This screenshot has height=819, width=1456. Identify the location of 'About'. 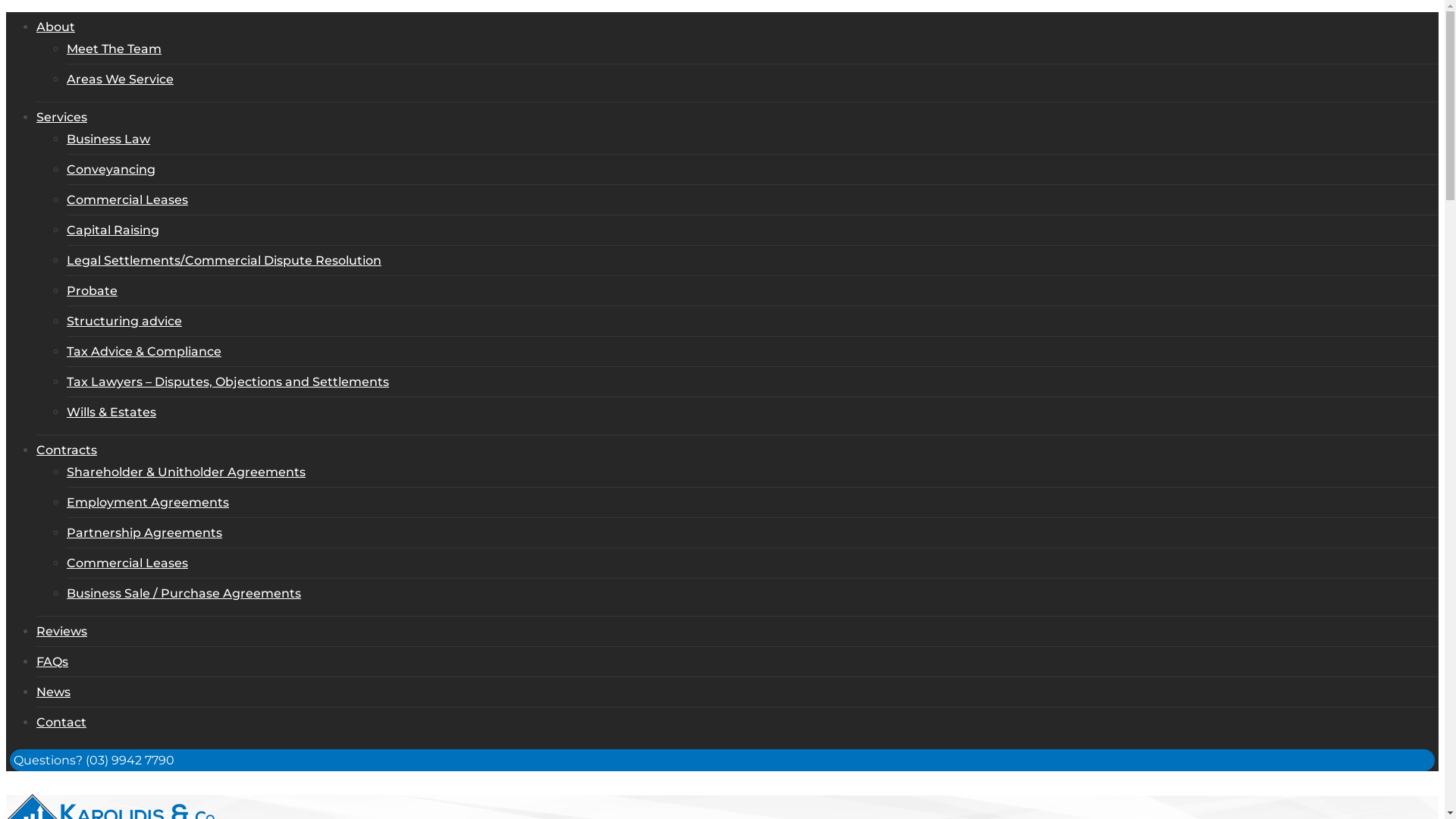
(55, 27).